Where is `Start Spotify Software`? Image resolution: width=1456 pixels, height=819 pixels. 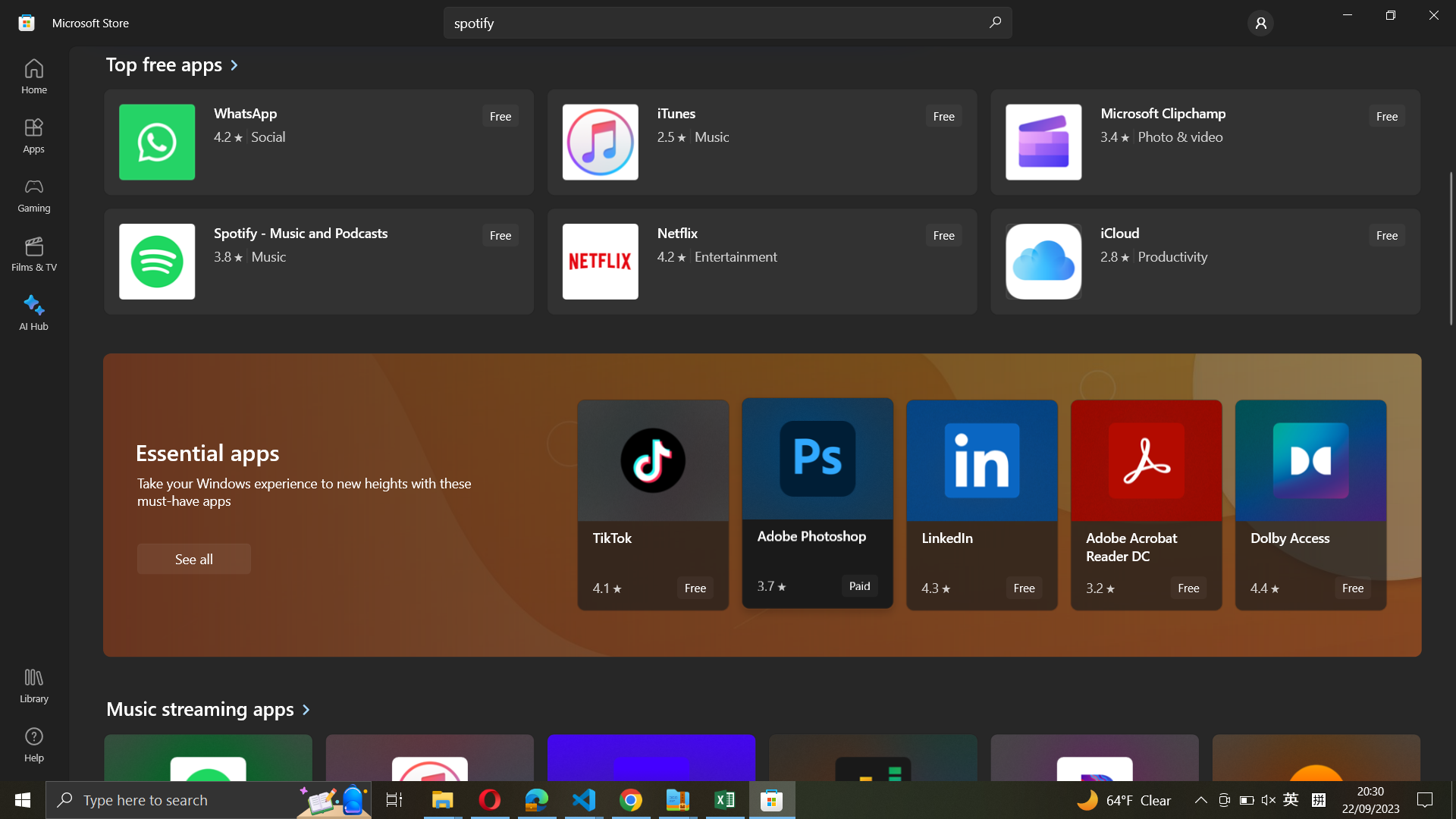
Start Spotify Software is located at coordinates (315, 259).